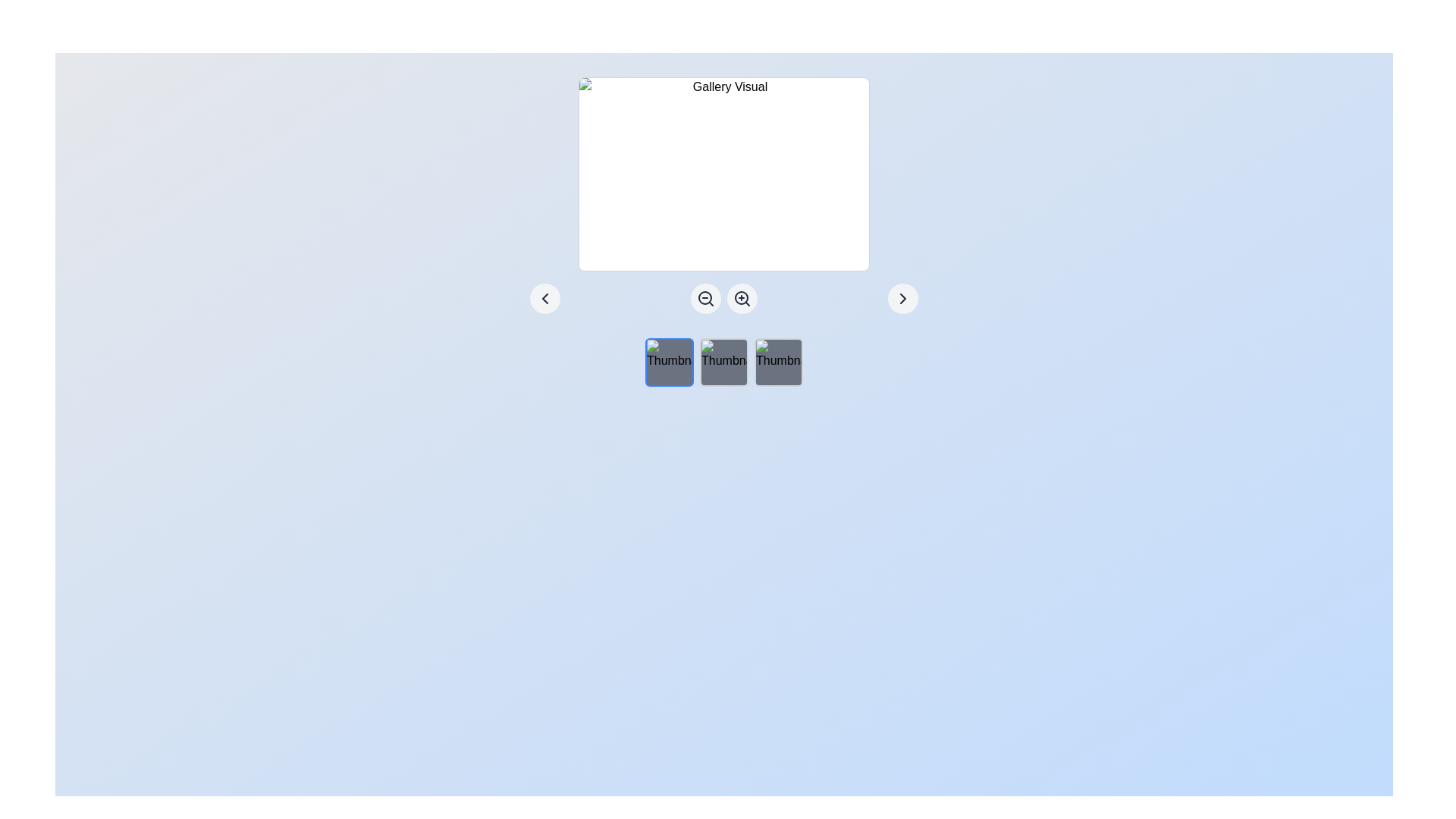  Describe the element at coordinates (545, 298) in the screenshot. I see `the left navigation icon within the circular button located in the bottom-left corner of the gallery section` at that location.